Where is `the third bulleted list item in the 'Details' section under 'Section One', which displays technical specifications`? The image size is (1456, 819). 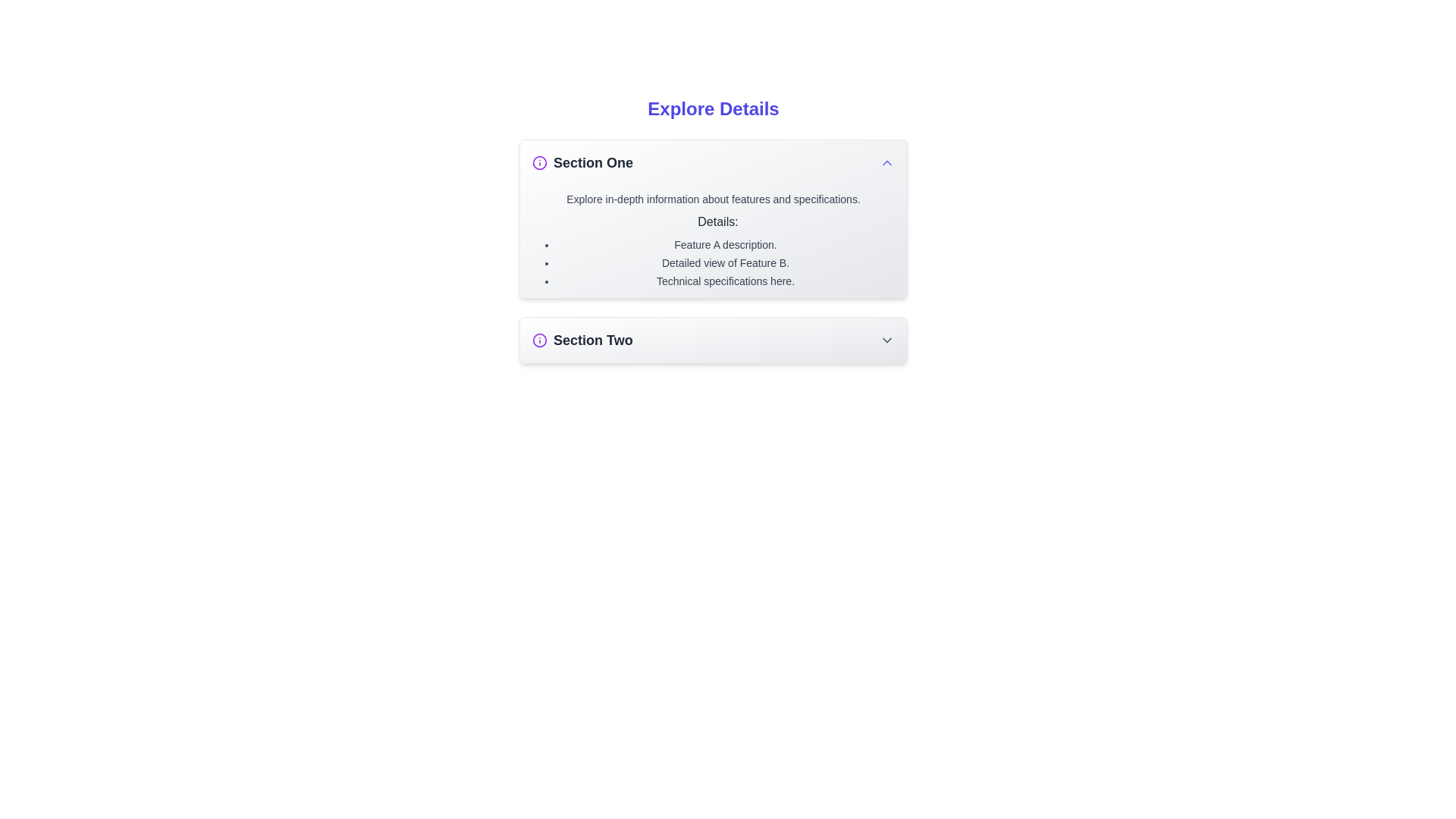 the third bulleted list item in the 'Details' section under 'Section One', which displays technical specifications is located at coordinates (724, 283).